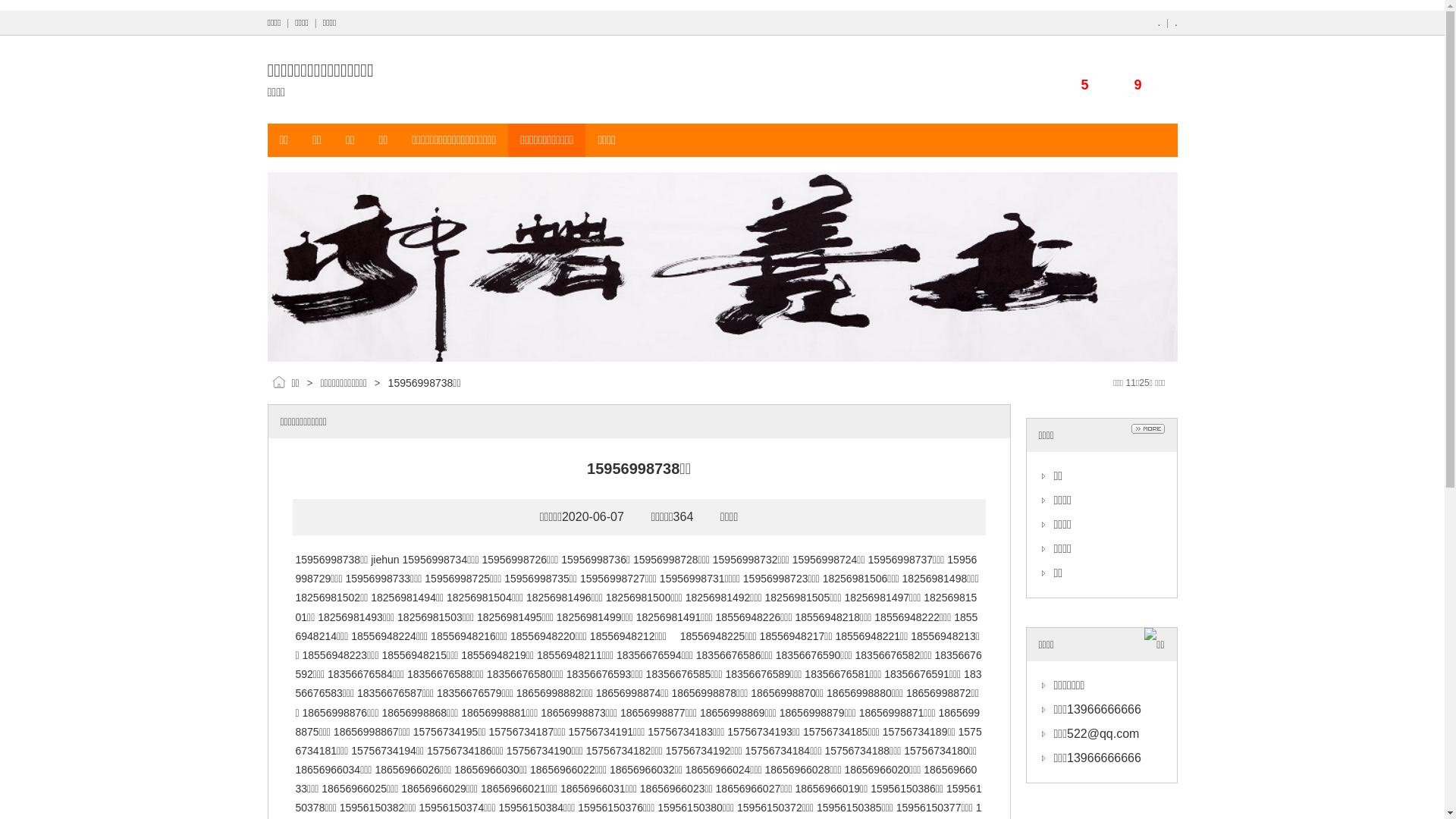 Image resolution: width=1456 pixels, height=819 pixels. Describe the element at coordinates (1175, 23) in the screenshot. I see `'.'` at that location.